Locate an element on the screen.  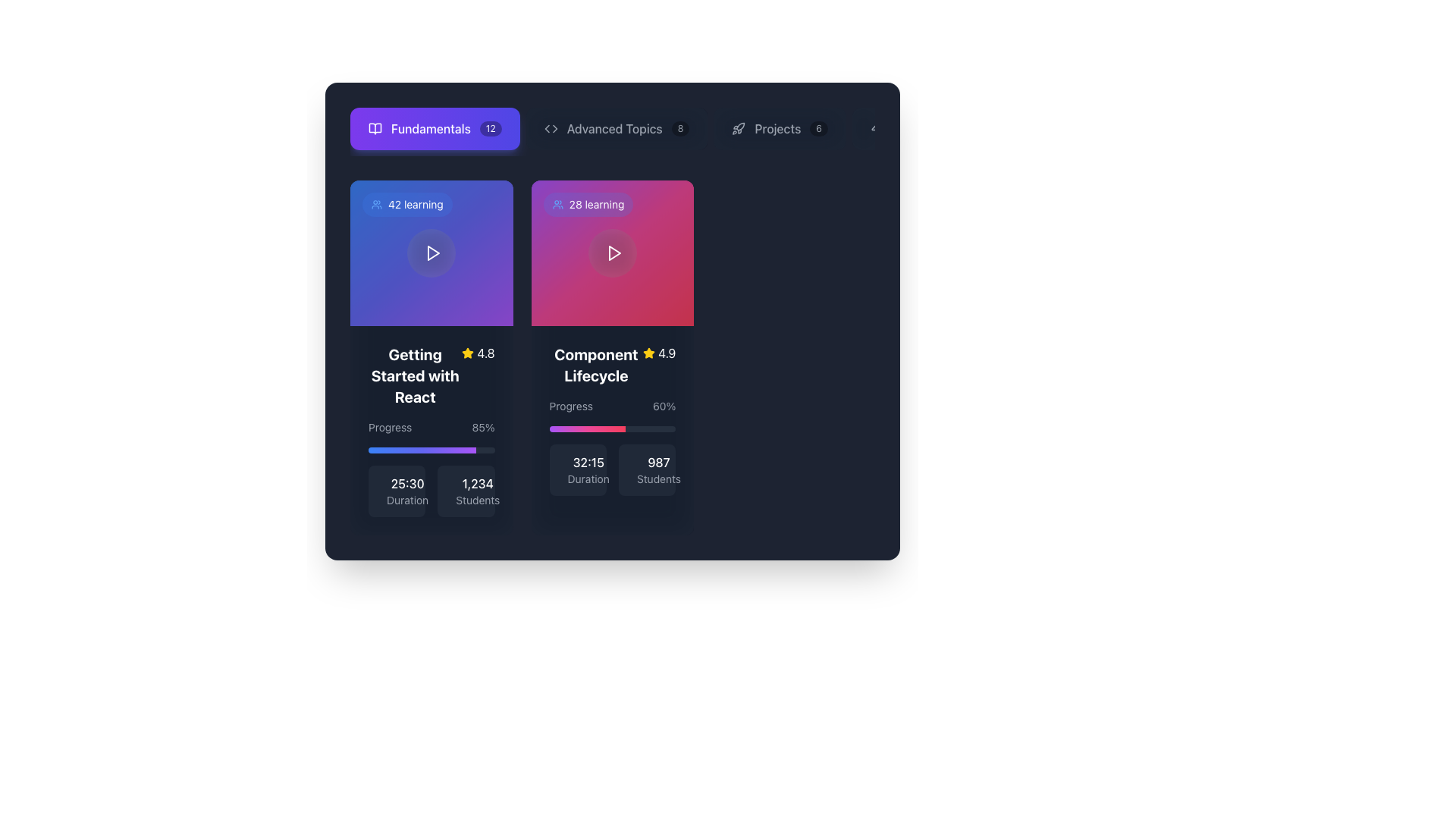
the text label displaying 'Advanced Topics', which is styled with light gray text on a dark background, located in the top-center area of the interface is located at coordinates (614, 127).